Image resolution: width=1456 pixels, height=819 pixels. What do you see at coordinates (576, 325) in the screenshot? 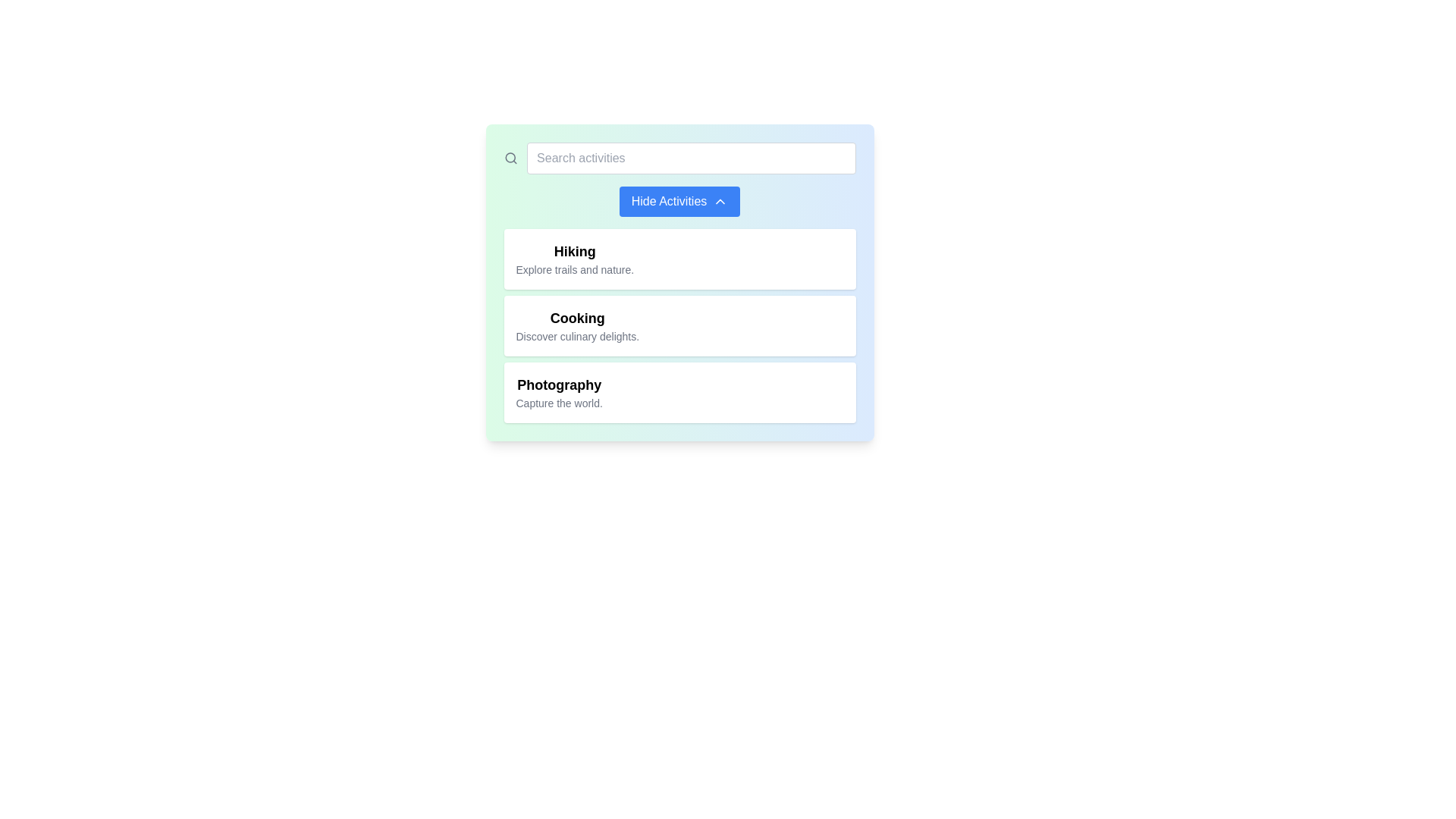
I see `the 'Cooking' selectable menu item for keyboard interaction` at bounding box center [576, 325].